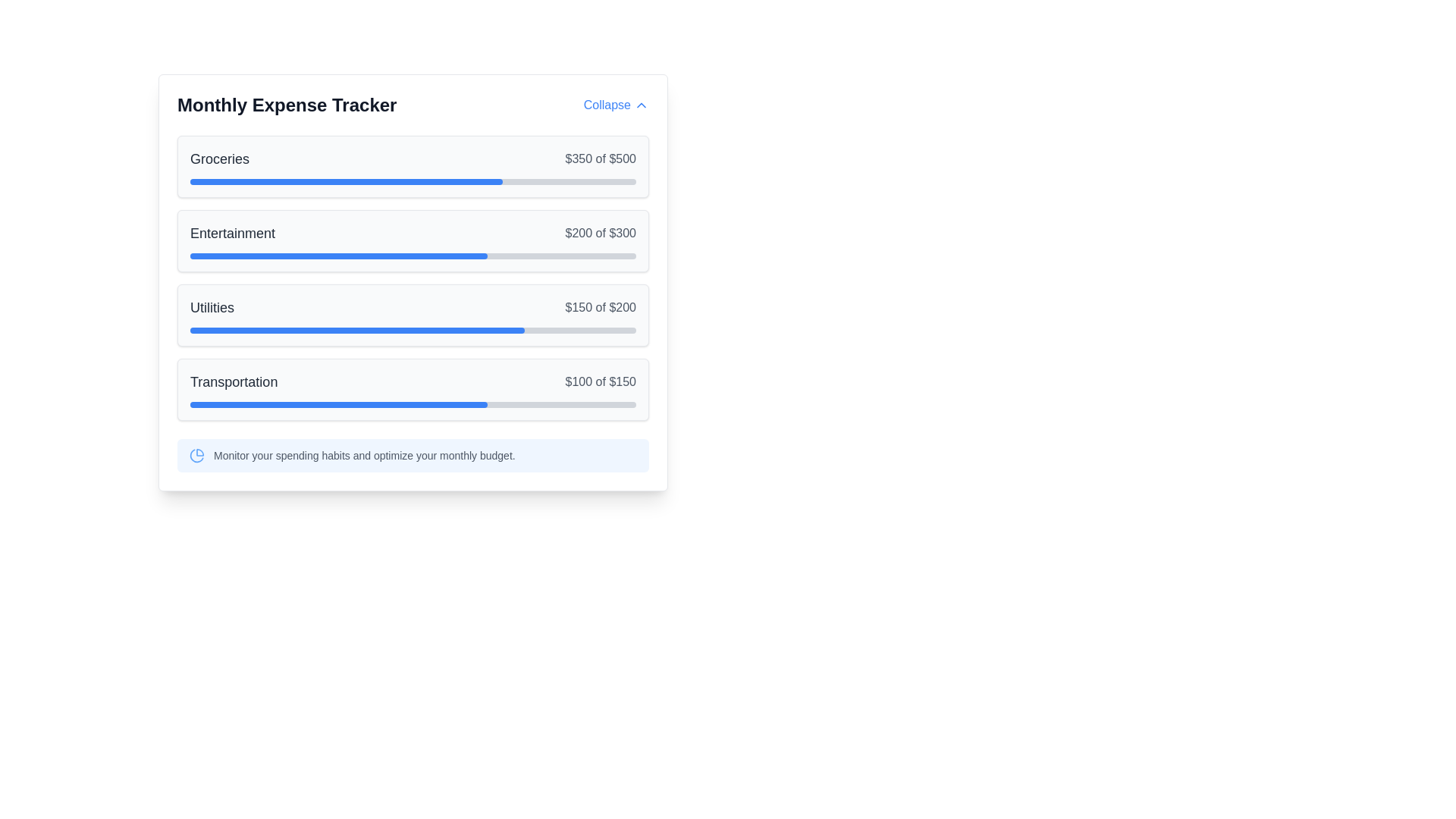 This screenshot has height=819, width=1456. Describe the element at coordinates (345, 180) in the screenshot. I see `the filled portion of the progress indicator bar styled in blue under the 'Groceries' category, which represents 70% completion in the 'Monthly Expense Tracker' section` at that location.